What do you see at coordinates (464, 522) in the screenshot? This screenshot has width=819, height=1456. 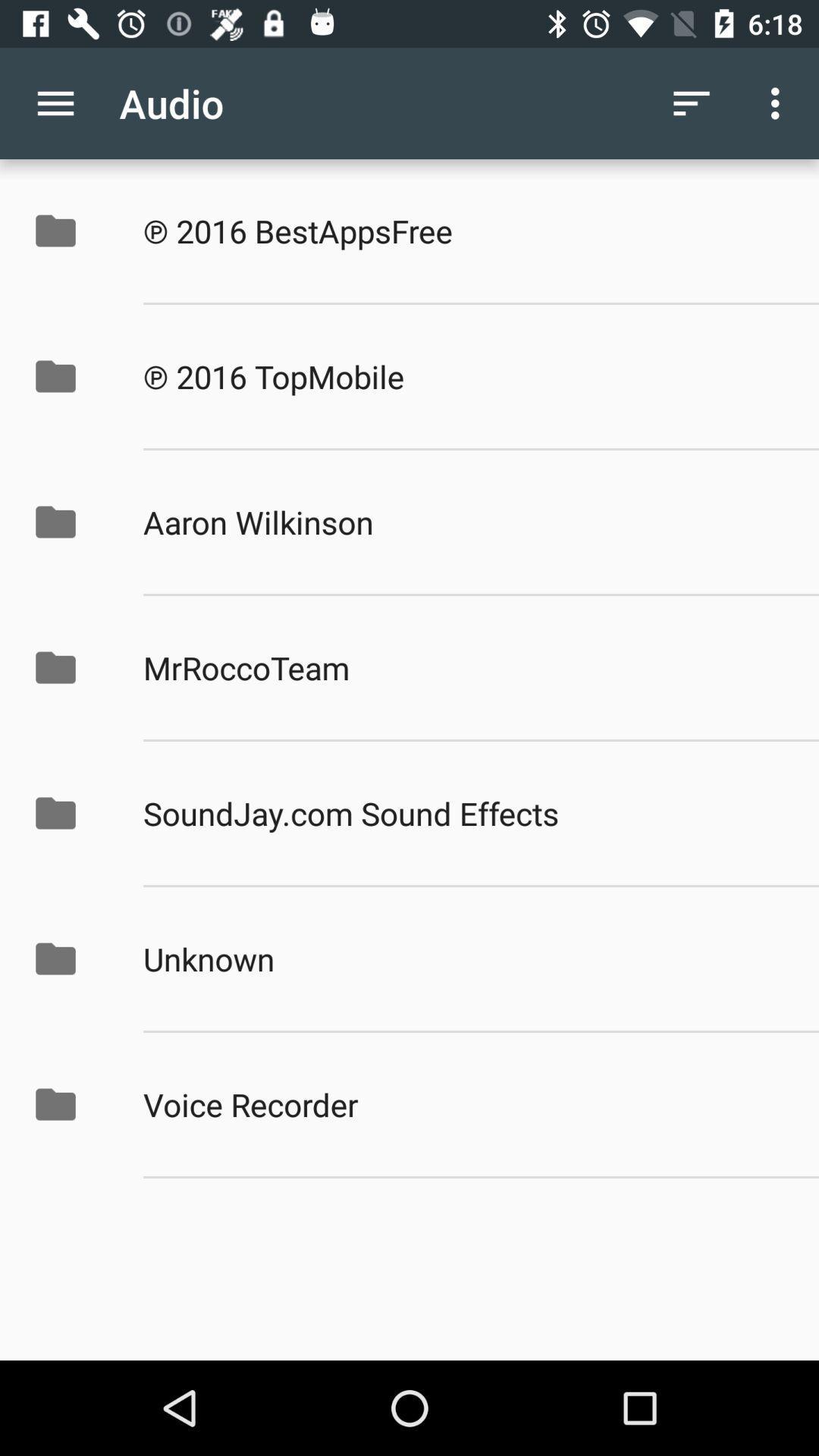 I see `icon above the mrroccoteam app` at bounding box center [464, 522].